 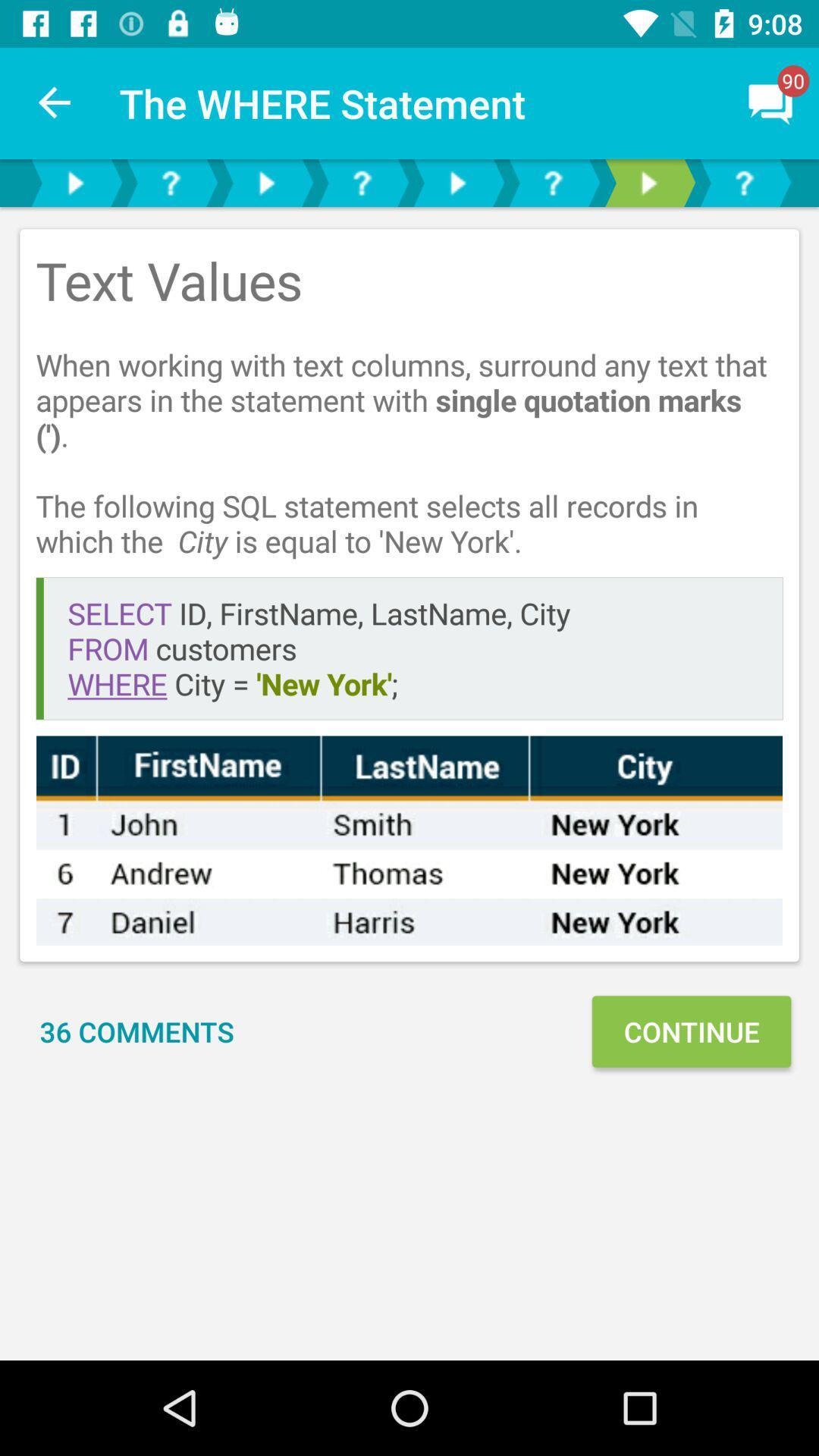 I want to click on the help icon, so click(x=742, y=182).